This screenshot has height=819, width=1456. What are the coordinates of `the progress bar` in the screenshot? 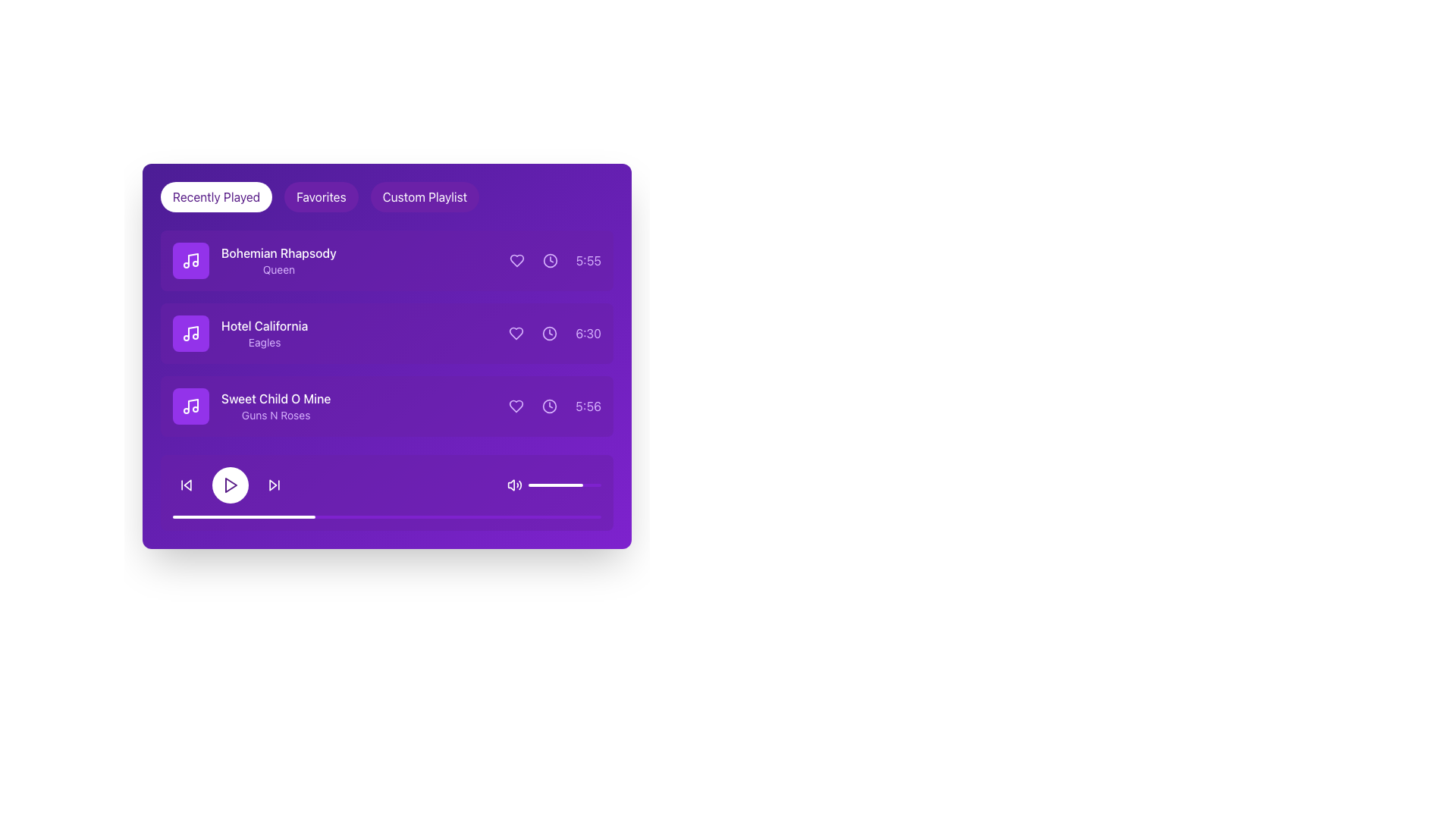 It's located at (421, 516).